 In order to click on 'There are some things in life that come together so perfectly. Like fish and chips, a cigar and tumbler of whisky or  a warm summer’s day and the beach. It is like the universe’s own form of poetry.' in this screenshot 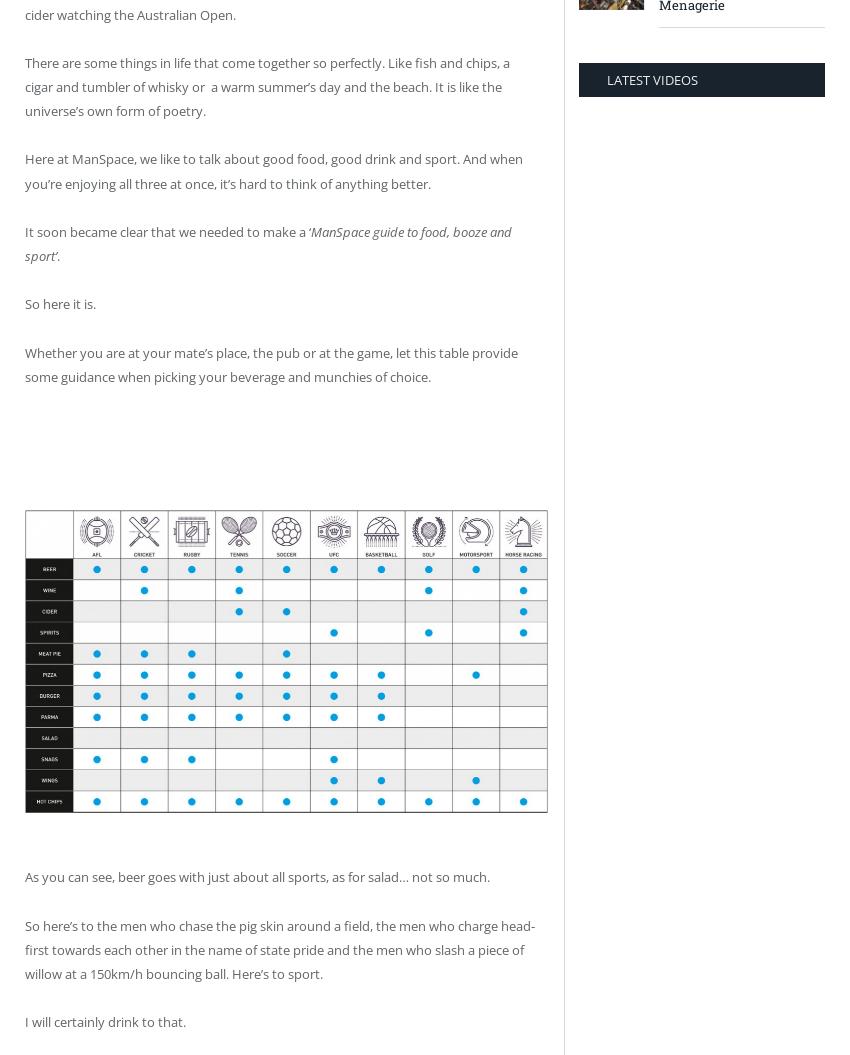, I will do `click(23, 85)`.